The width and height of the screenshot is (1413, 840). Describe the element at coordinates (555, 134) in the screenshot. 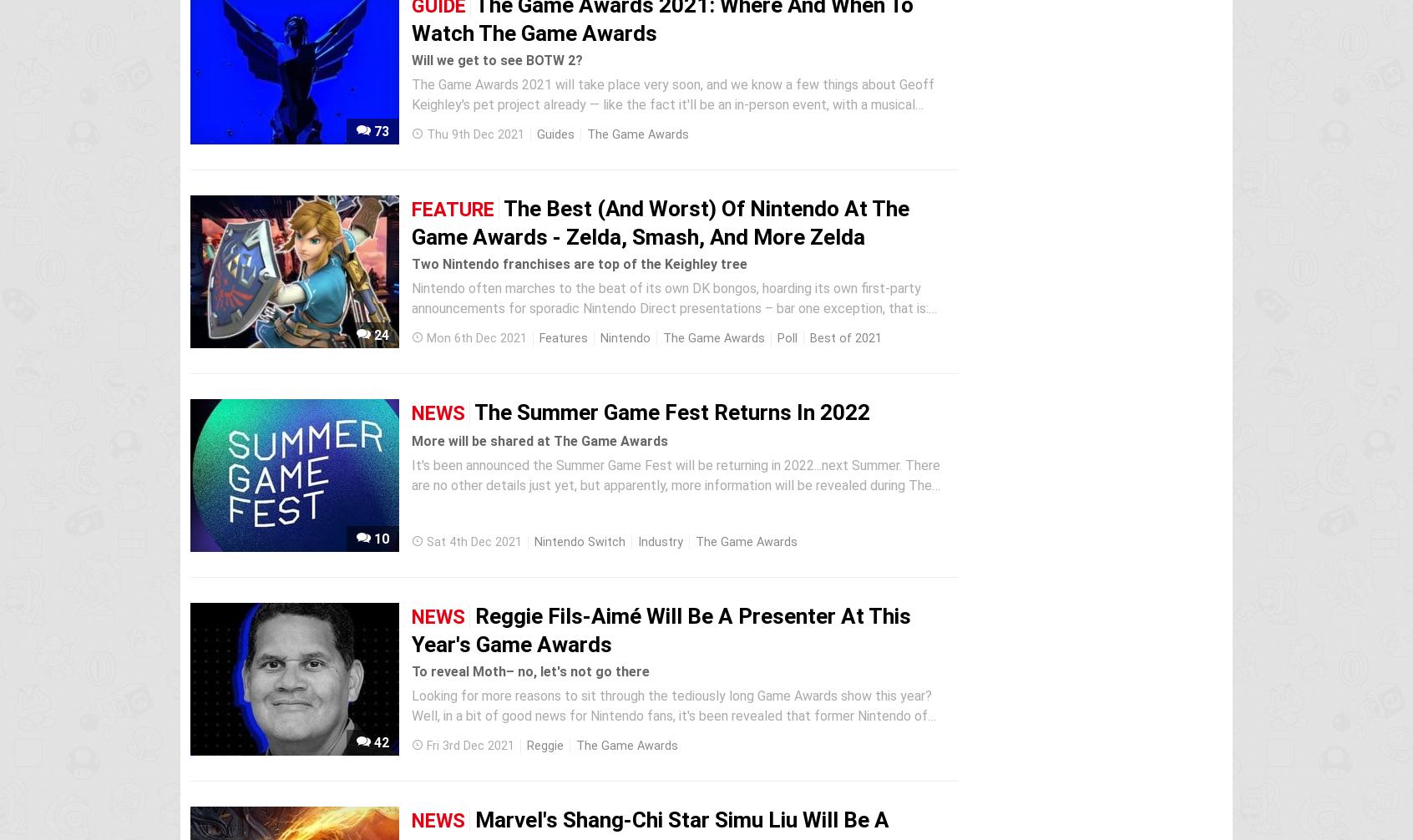

I see `'Guides'` at that location.